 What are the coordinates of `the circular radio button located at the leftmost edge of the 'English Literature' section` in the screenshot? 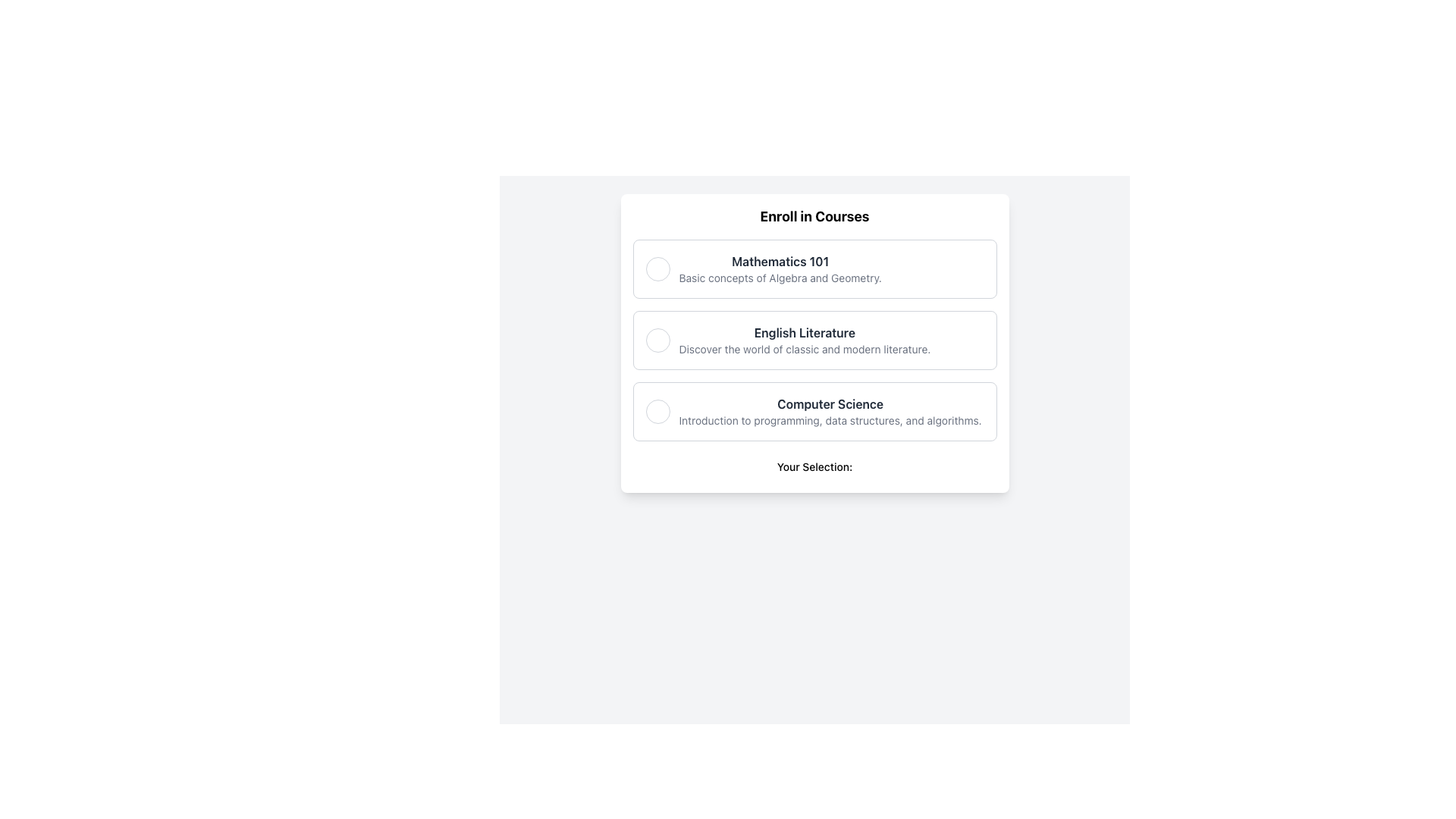 It's located at (657, 339).